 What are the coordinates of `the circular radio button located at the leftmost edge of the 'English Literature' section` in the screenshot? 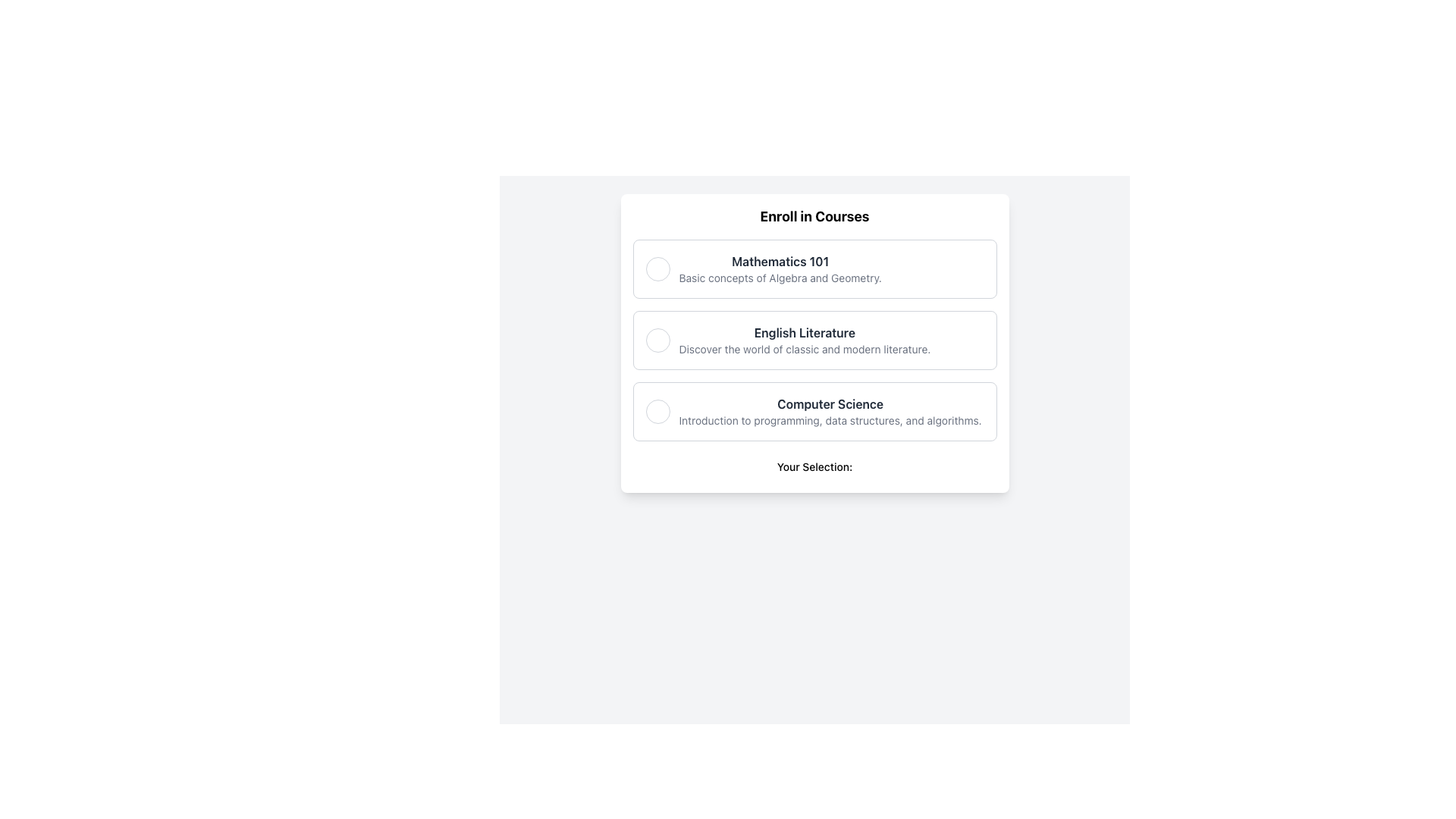 It's located at (657, 339).